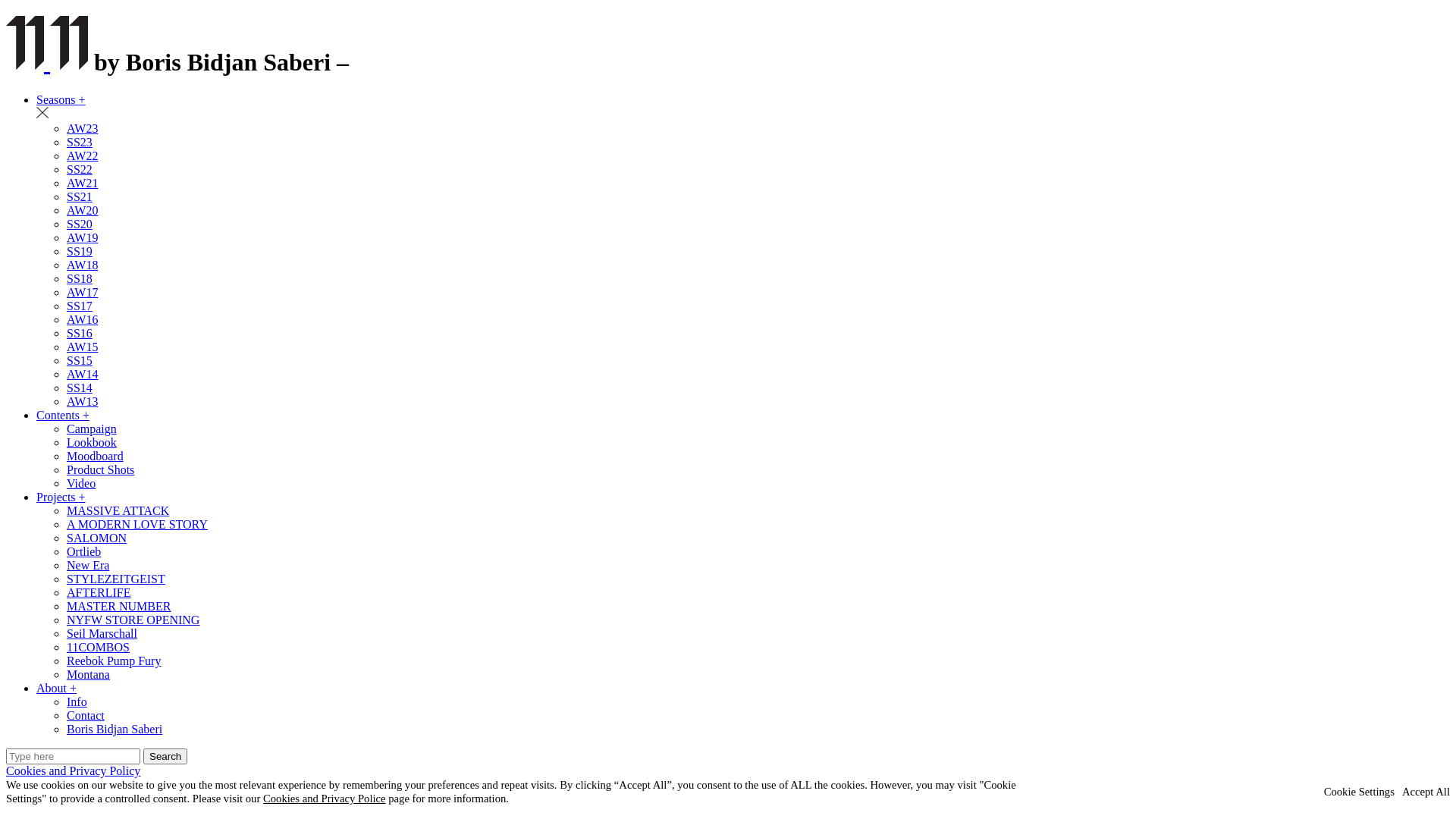  Describe the element at coordinates (115, 579) in the screenshot. I see `'STYLEZEITGEIST'` at that location.